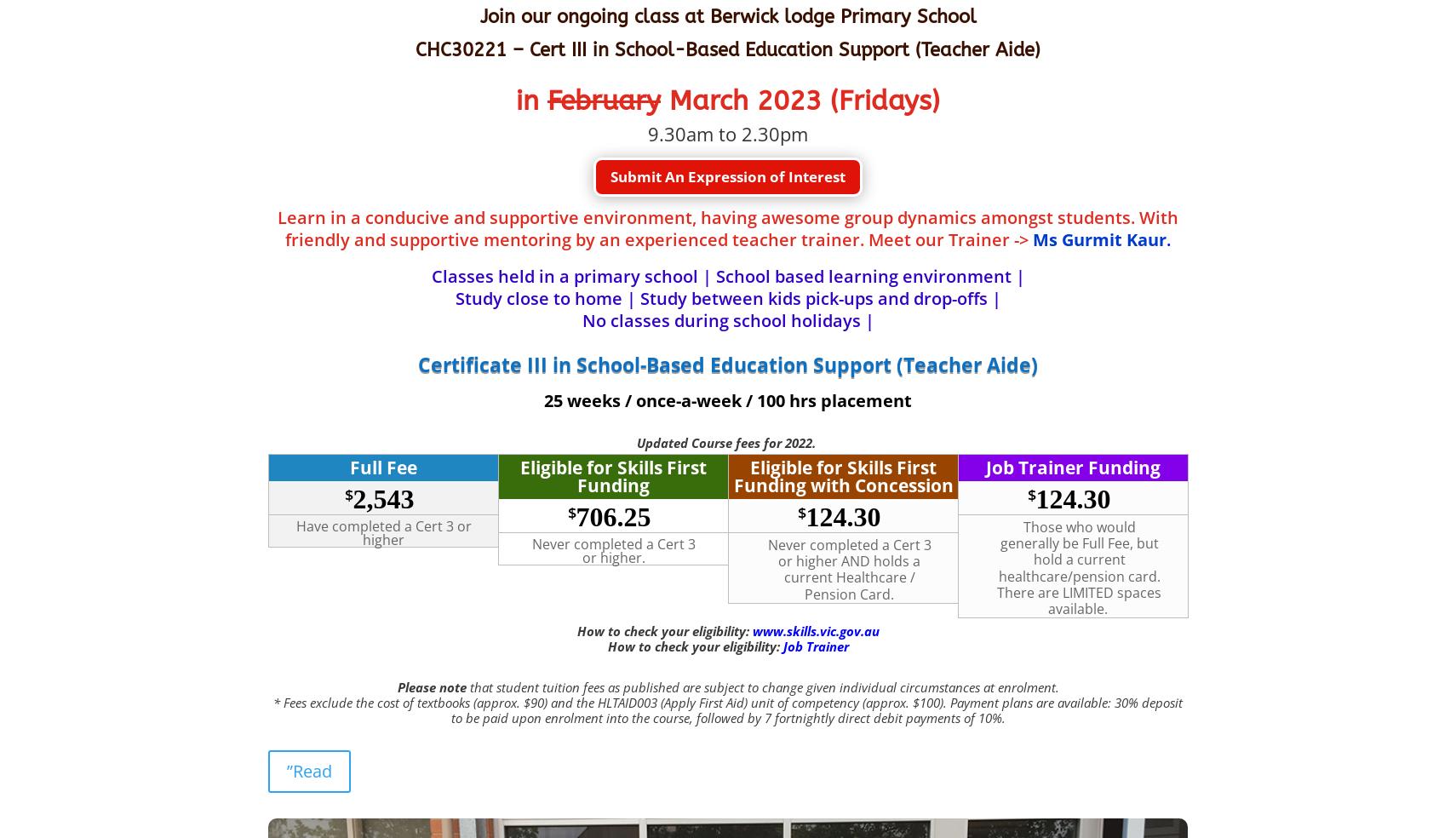 The width and height of the screenshot is (1456, 838). I want to click on 'Eligible for Skills First Funding', so click(613, 475).